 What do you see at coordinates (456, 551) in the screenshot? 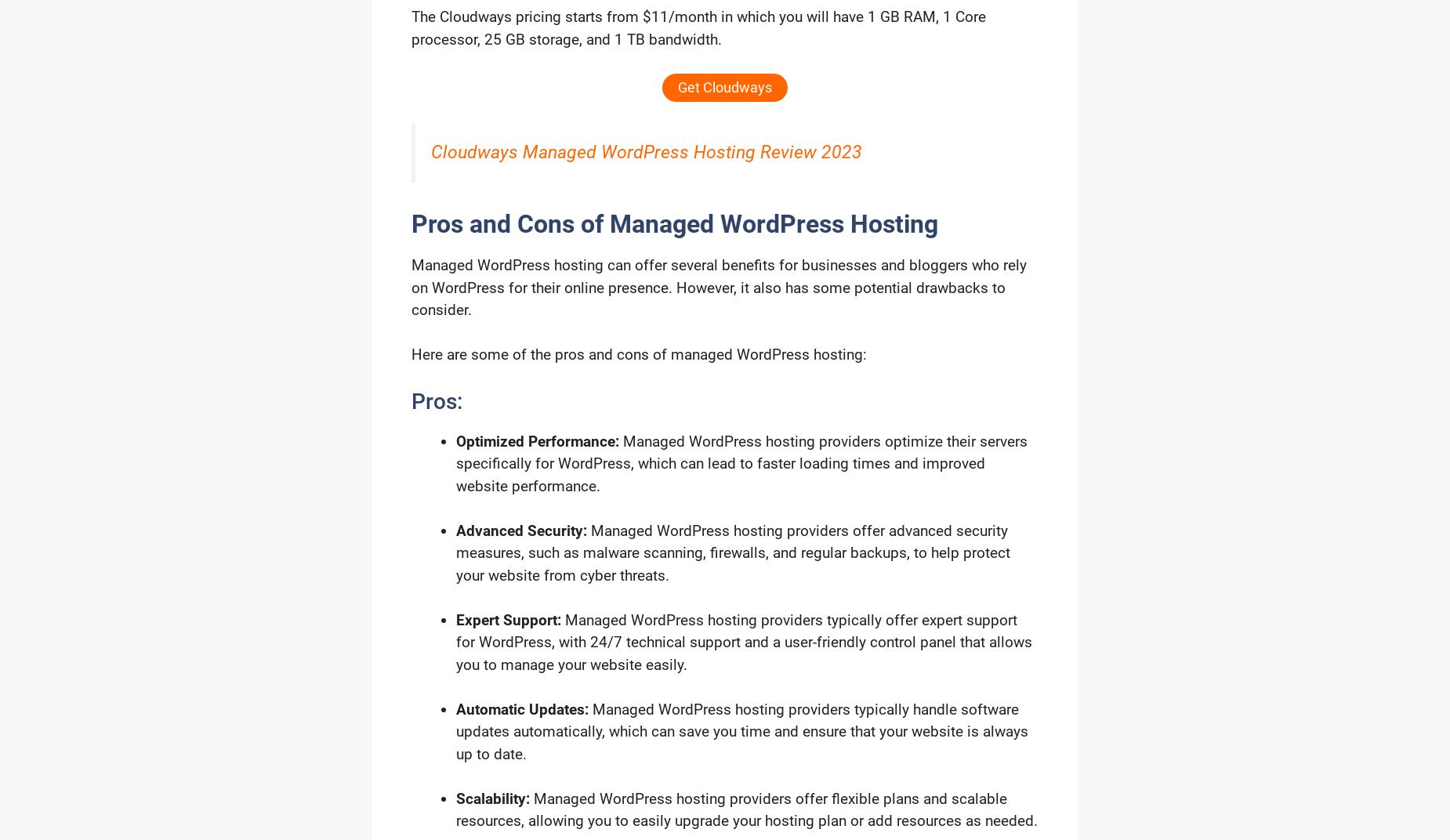
I see `'Managed WordPress hosting providers offer advanced security measures, such as malware scanning, firewalls, and regular backups, to help protect your website from cyber threats.'` at bounding box center [456, 551].